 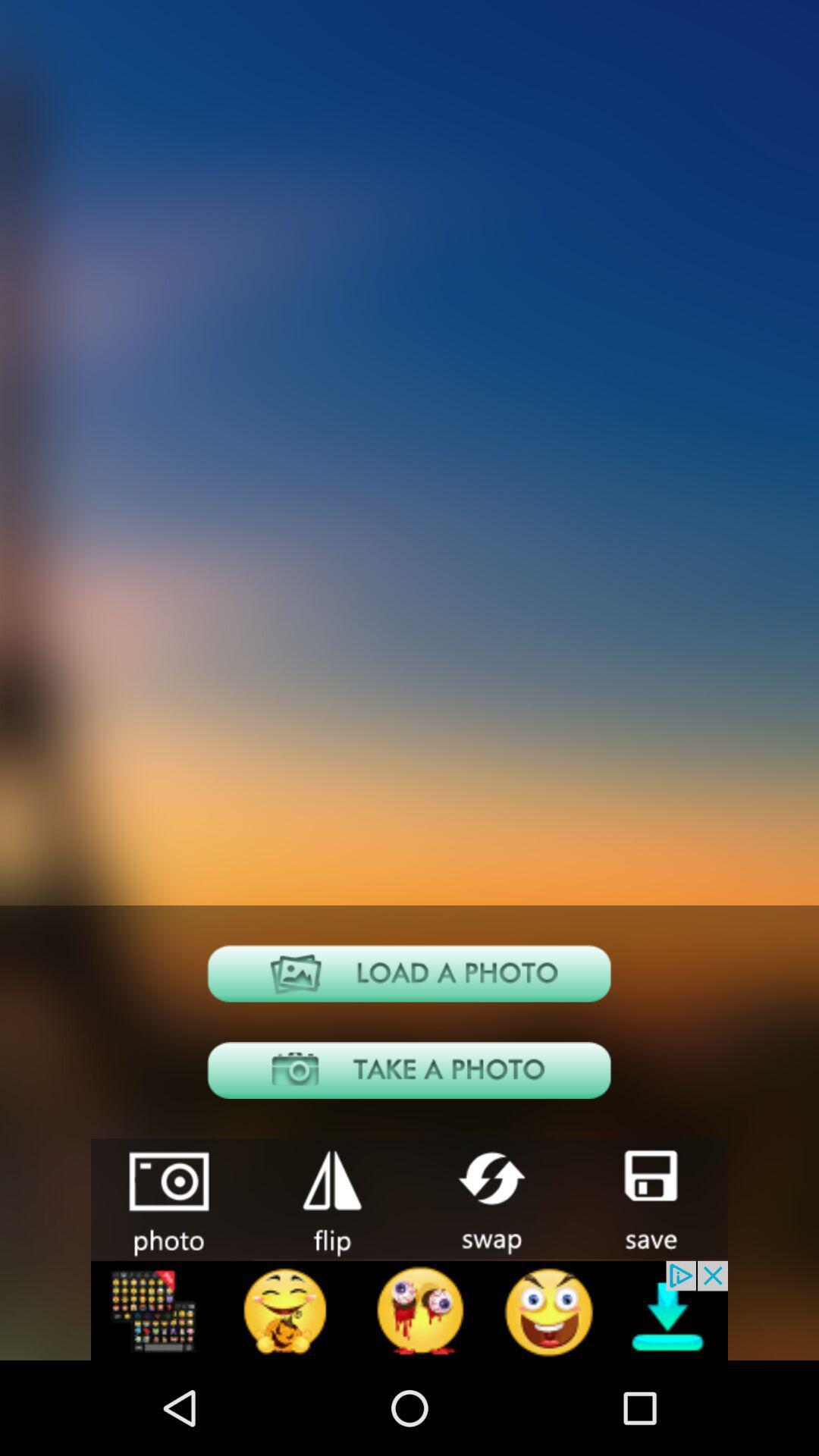 What do you see at coordinates (171, 1283) in the screenshot?
I see `the photo icon` at bounding box center [171, 1283].